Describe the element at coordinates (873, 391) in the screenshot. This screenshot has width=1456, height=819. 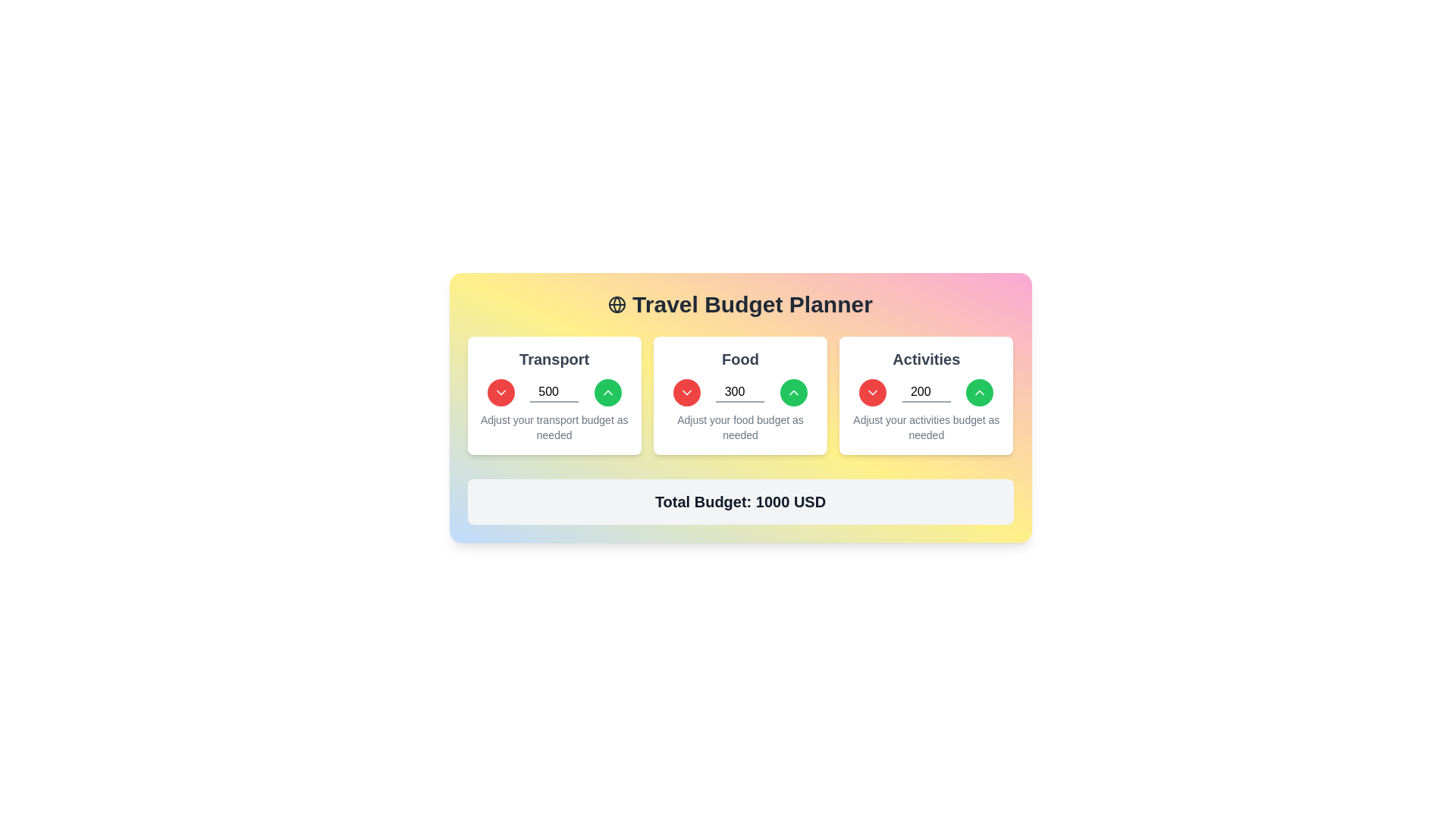
I see `the downward-facing red chevron icon located within a red circular button below the 'Transport' label in the first budget category card to decrease the value or collapse` at that location.